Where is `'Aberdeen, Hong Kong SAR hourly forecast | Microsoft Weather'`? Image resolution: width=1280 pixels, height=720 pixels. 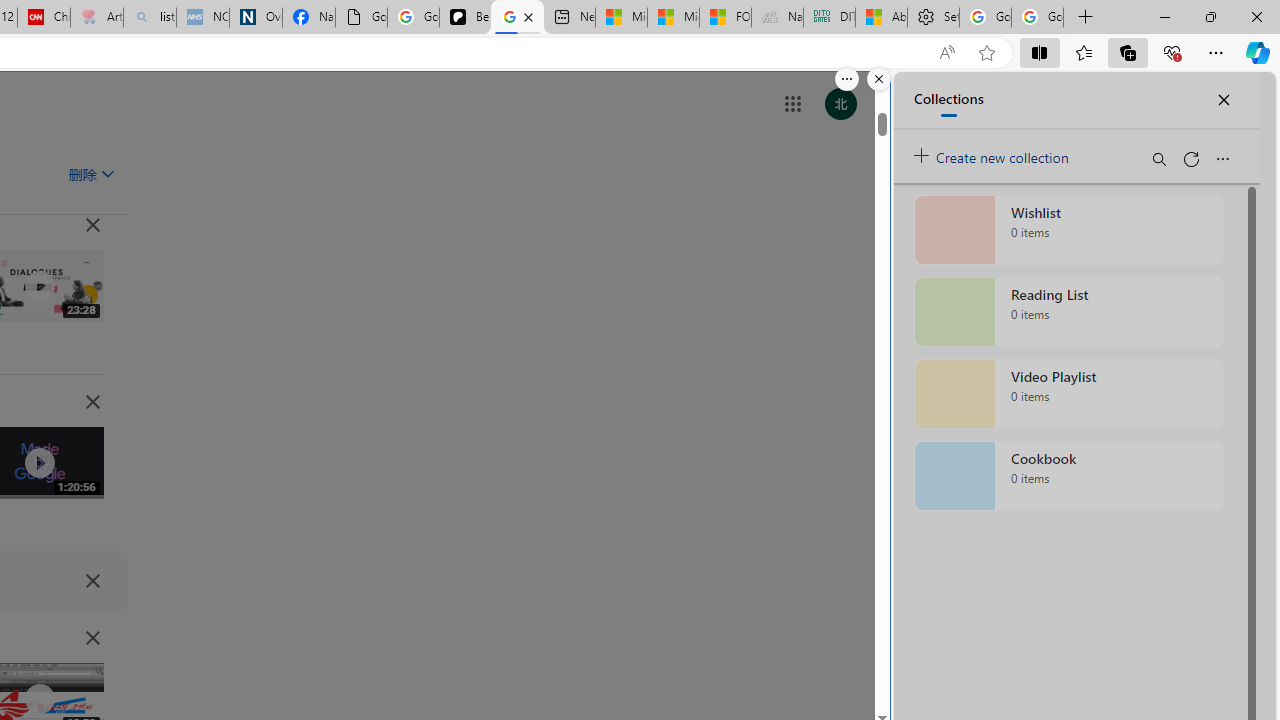 'Aberdeen, Hong Kong SAR hourly forecast | Microsoft Weather' is located at coordinates (880, 17).